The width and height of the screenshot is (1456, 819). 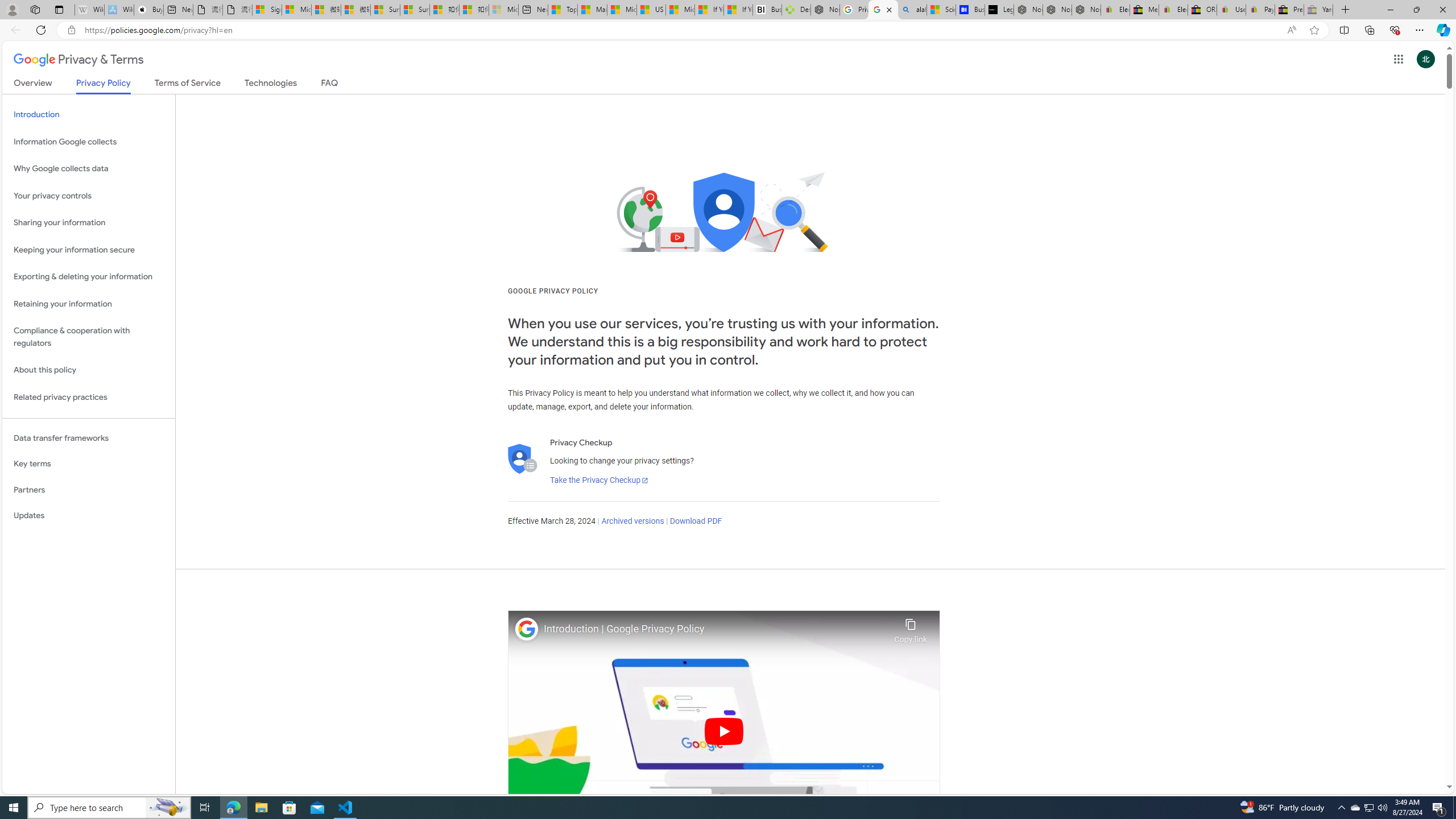 I want to click on 'Retaining your information', so click(x=88, y=303).